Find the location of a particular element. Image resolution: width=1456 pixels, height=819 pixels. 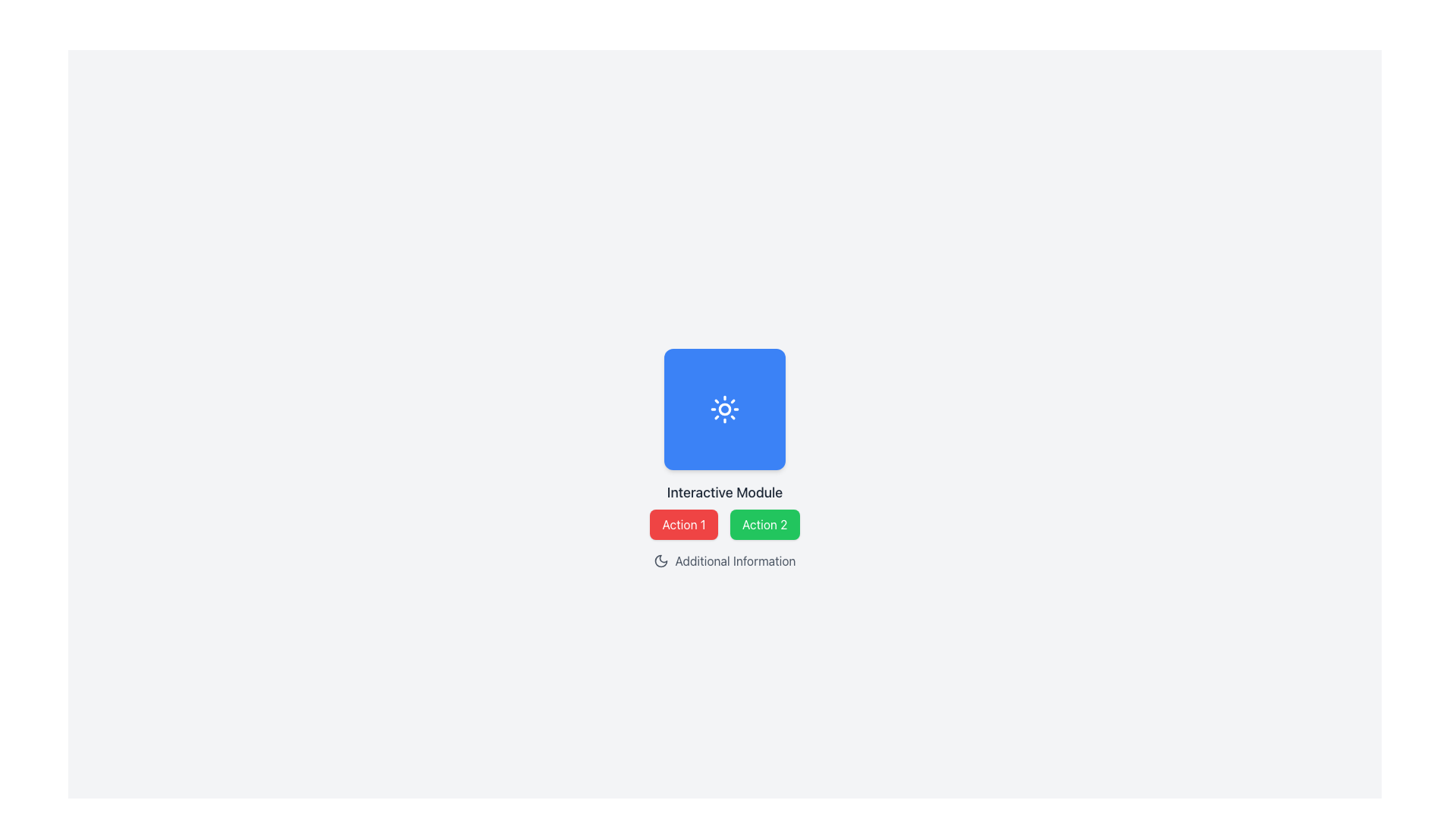

the central icon that indicates a theme or feature related to light or brightness is located at coordinates (723, 409).